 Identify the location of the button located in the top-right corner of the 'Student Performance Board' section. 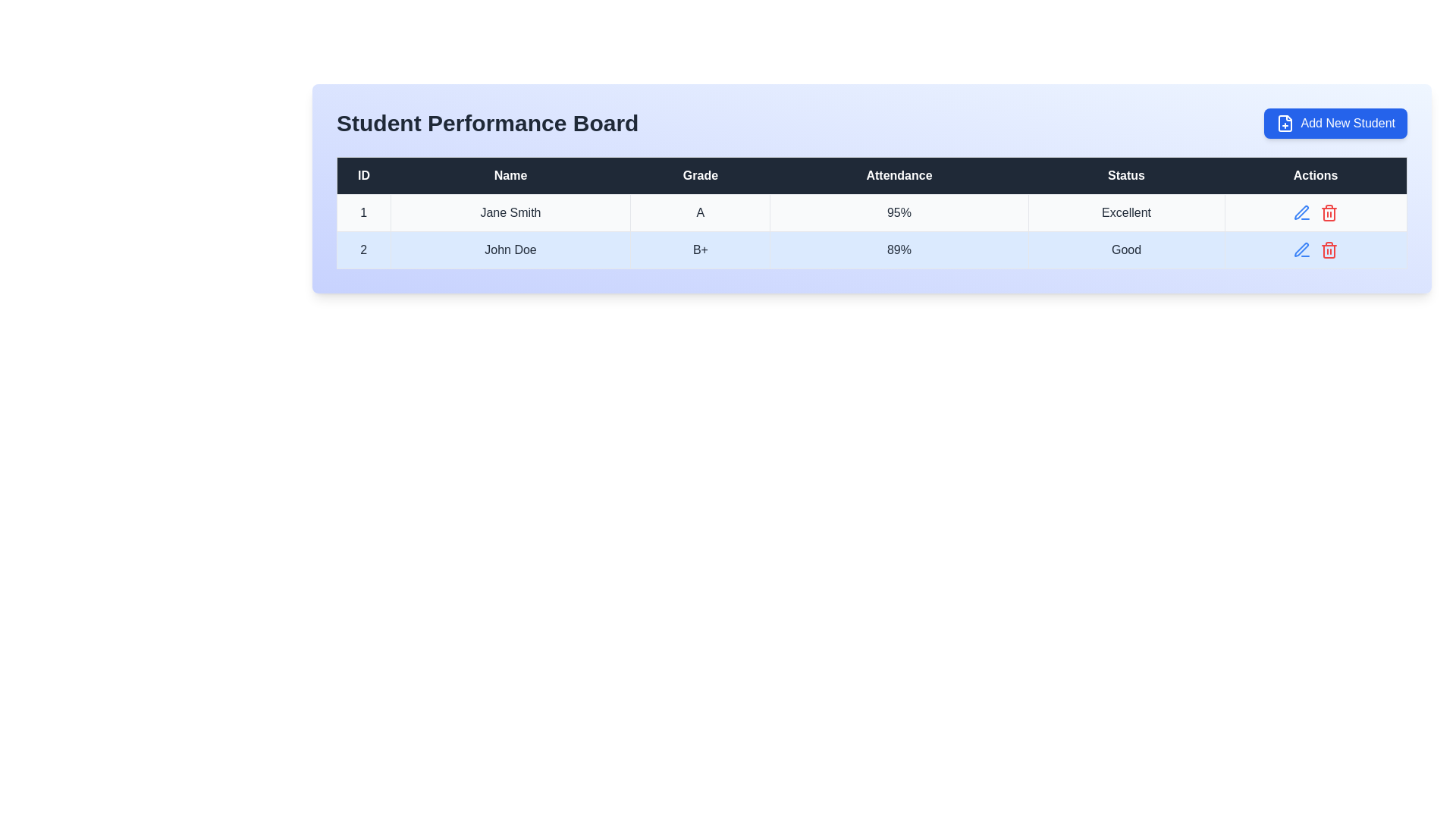
(1335, 122).